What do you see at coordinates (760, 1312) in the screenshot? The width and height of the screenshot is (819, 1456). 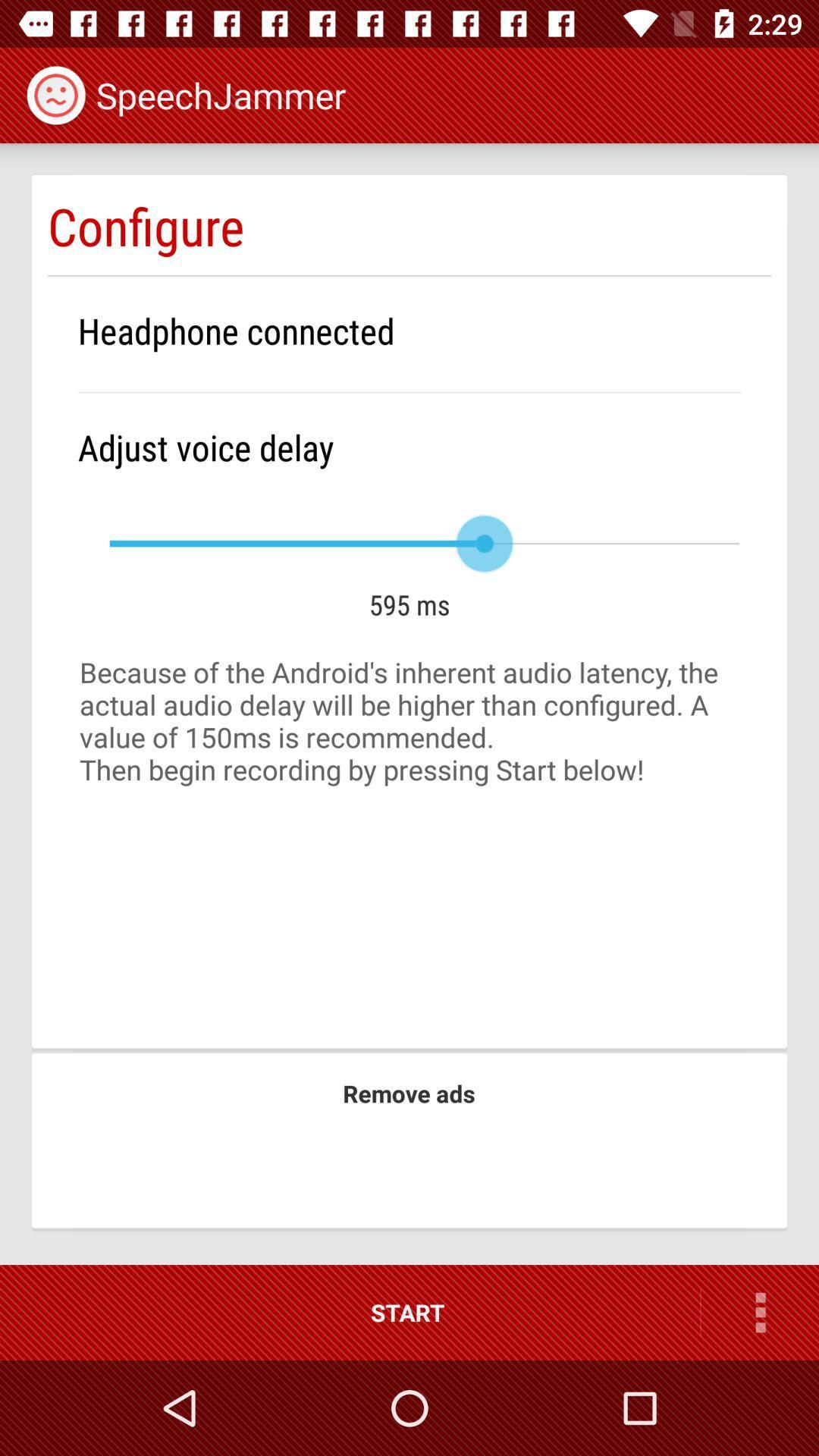 I see `icon at the bottom right corner` at bounding box center [760, 1312].